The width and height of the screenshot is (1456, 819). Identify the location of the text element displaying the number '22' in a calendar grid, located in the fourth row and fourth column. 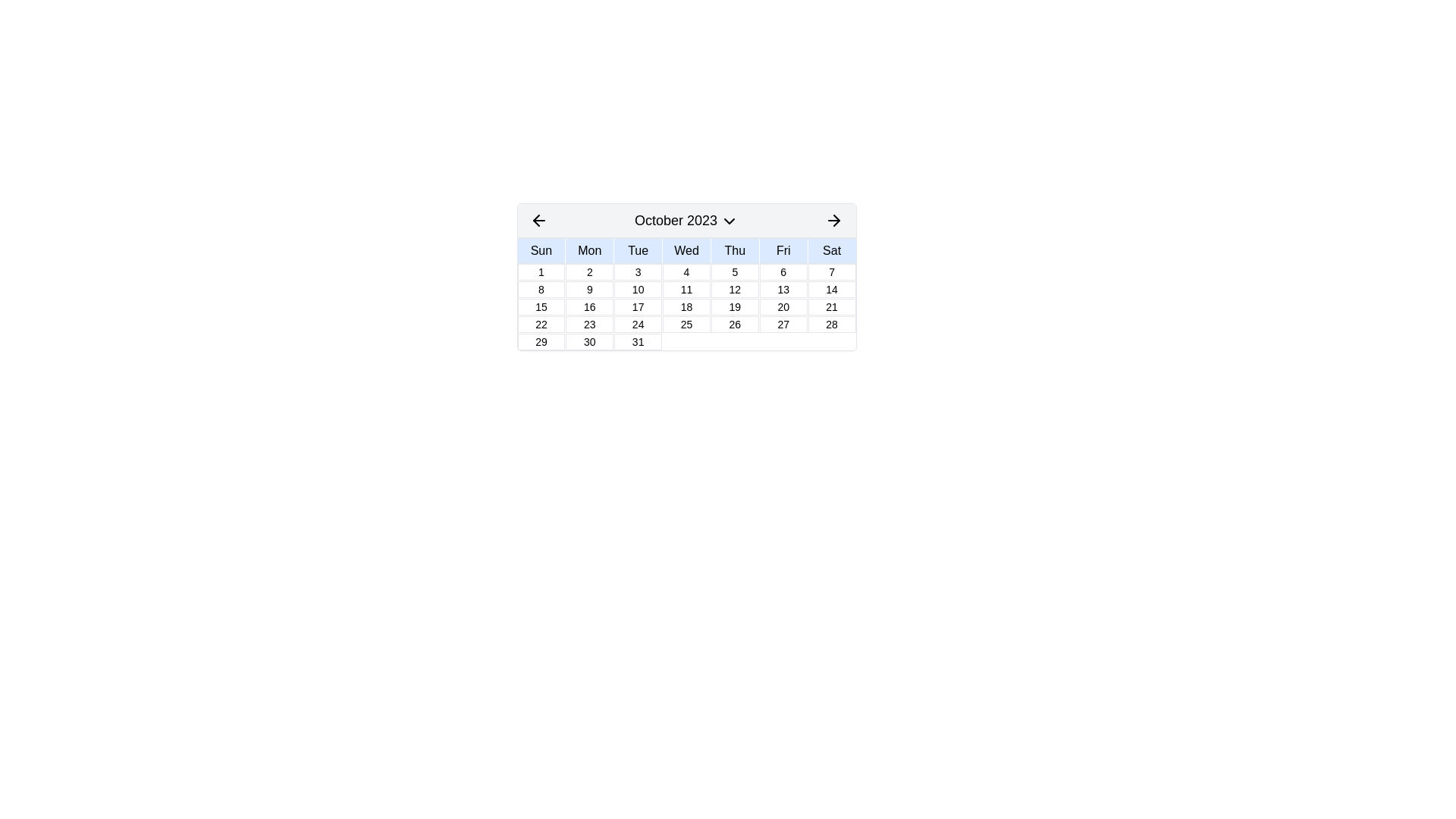
(541, 324).